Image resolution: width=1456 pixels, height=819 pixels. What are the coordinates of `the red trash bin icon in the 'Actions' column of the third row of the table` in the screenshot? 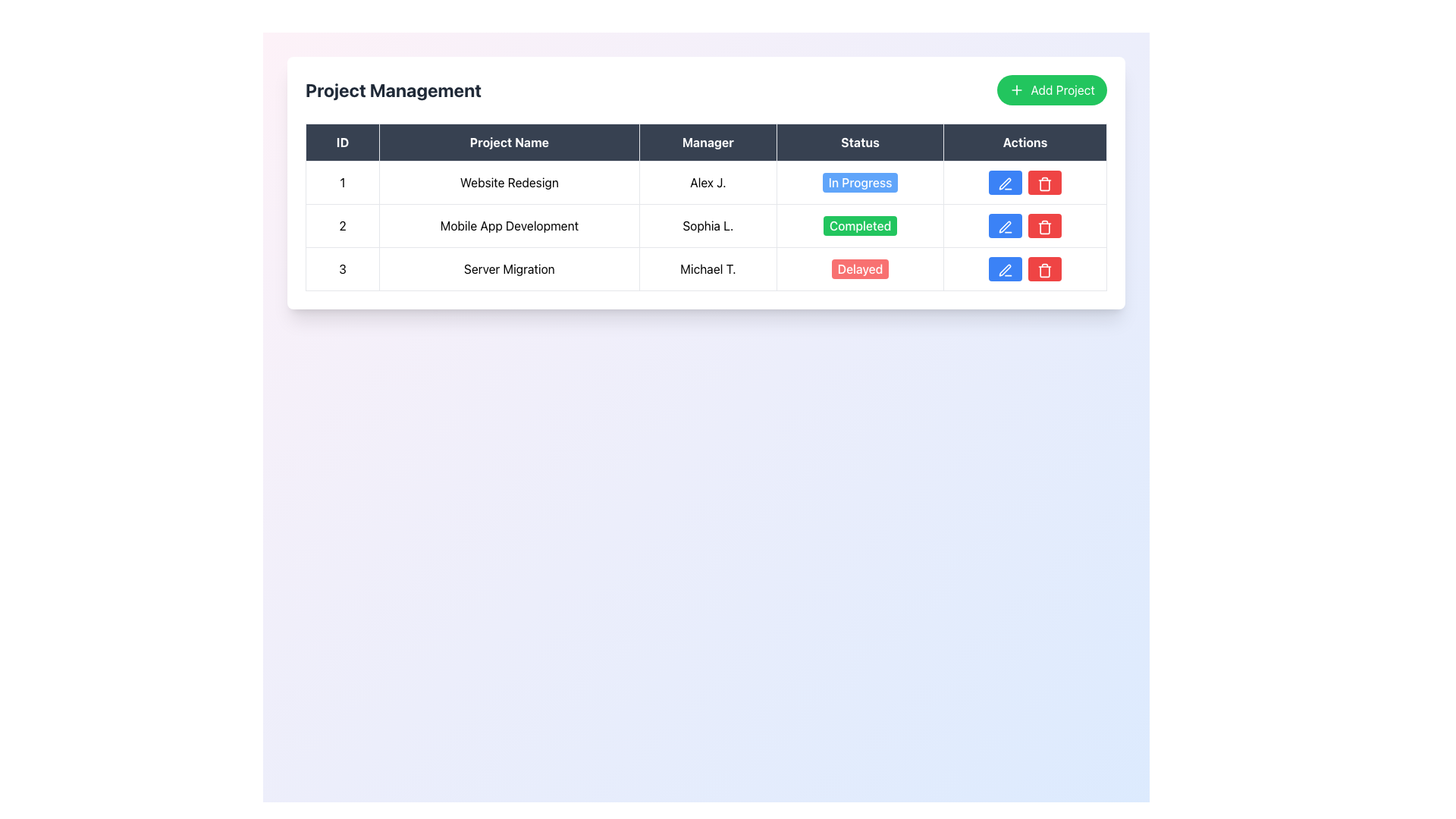 It's located at (1043, 183).